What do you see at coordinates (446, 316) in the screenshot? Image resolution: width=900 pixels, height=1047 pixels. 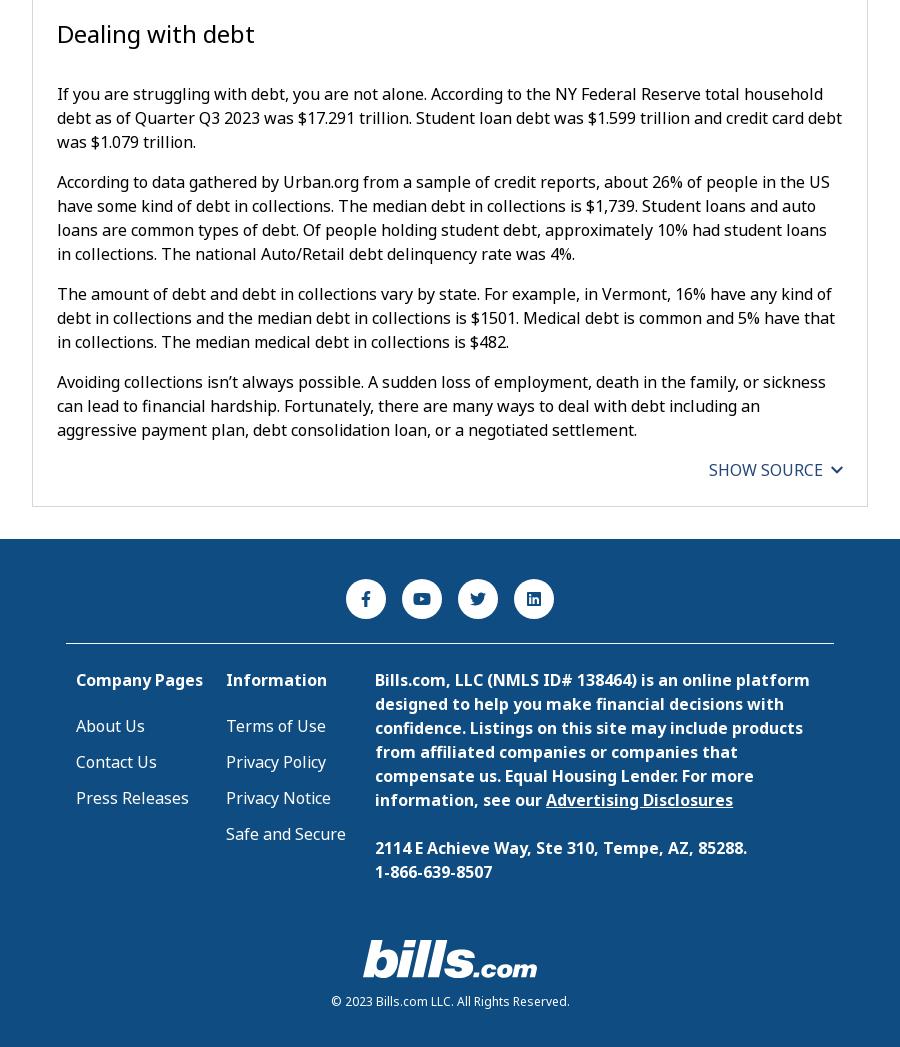 I see `'The amount of debt and debt in collections vary by state. For example, in Vermont, 16% have any kind of debt in collections and the median debt in collections is $1501. Medical debt is common and 5% have that in collections. The median medical debt in collections is $482.'` at bounding box center [446, 316].